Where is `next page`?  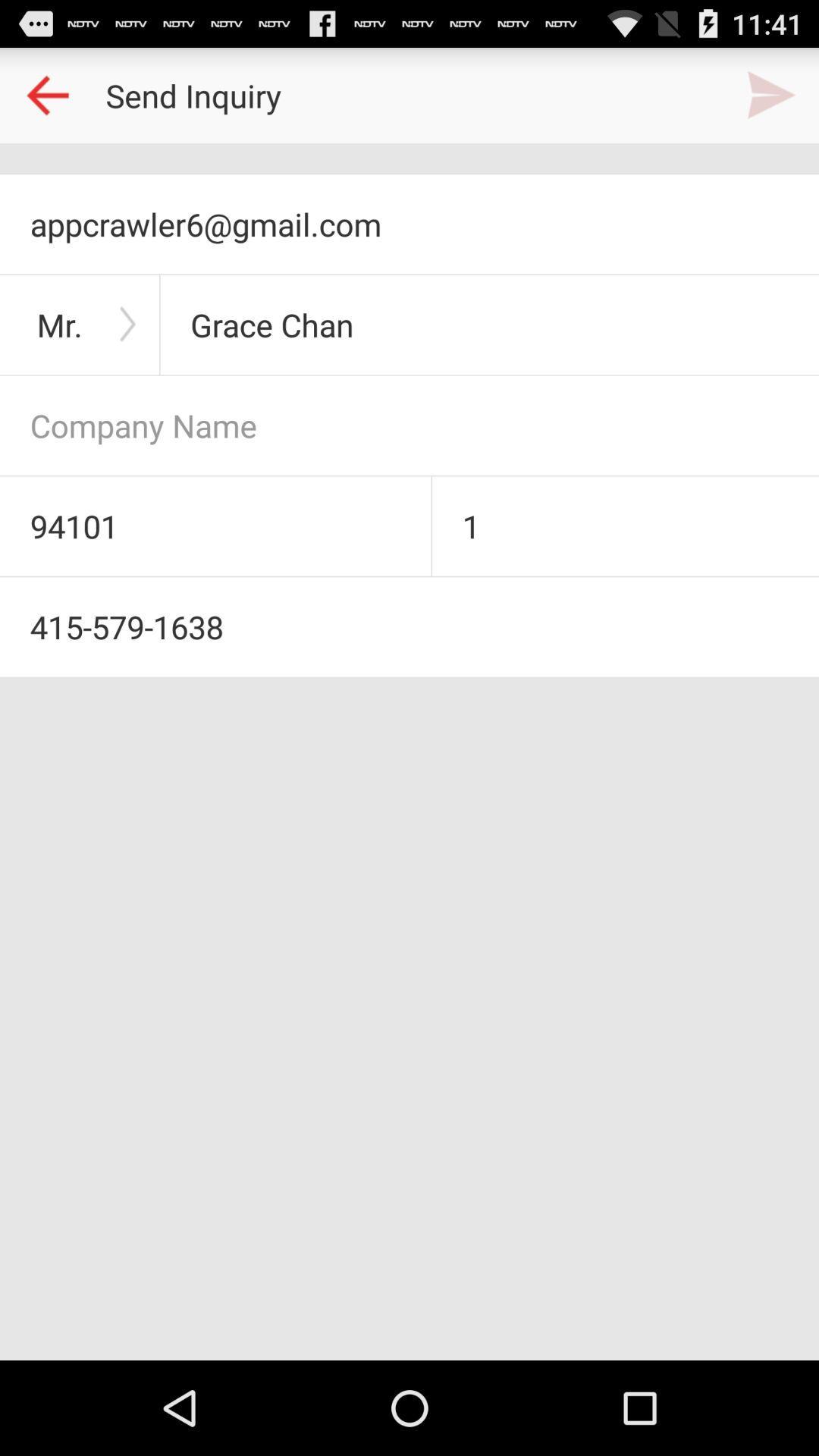
next page is located at coordinates (771, 94).